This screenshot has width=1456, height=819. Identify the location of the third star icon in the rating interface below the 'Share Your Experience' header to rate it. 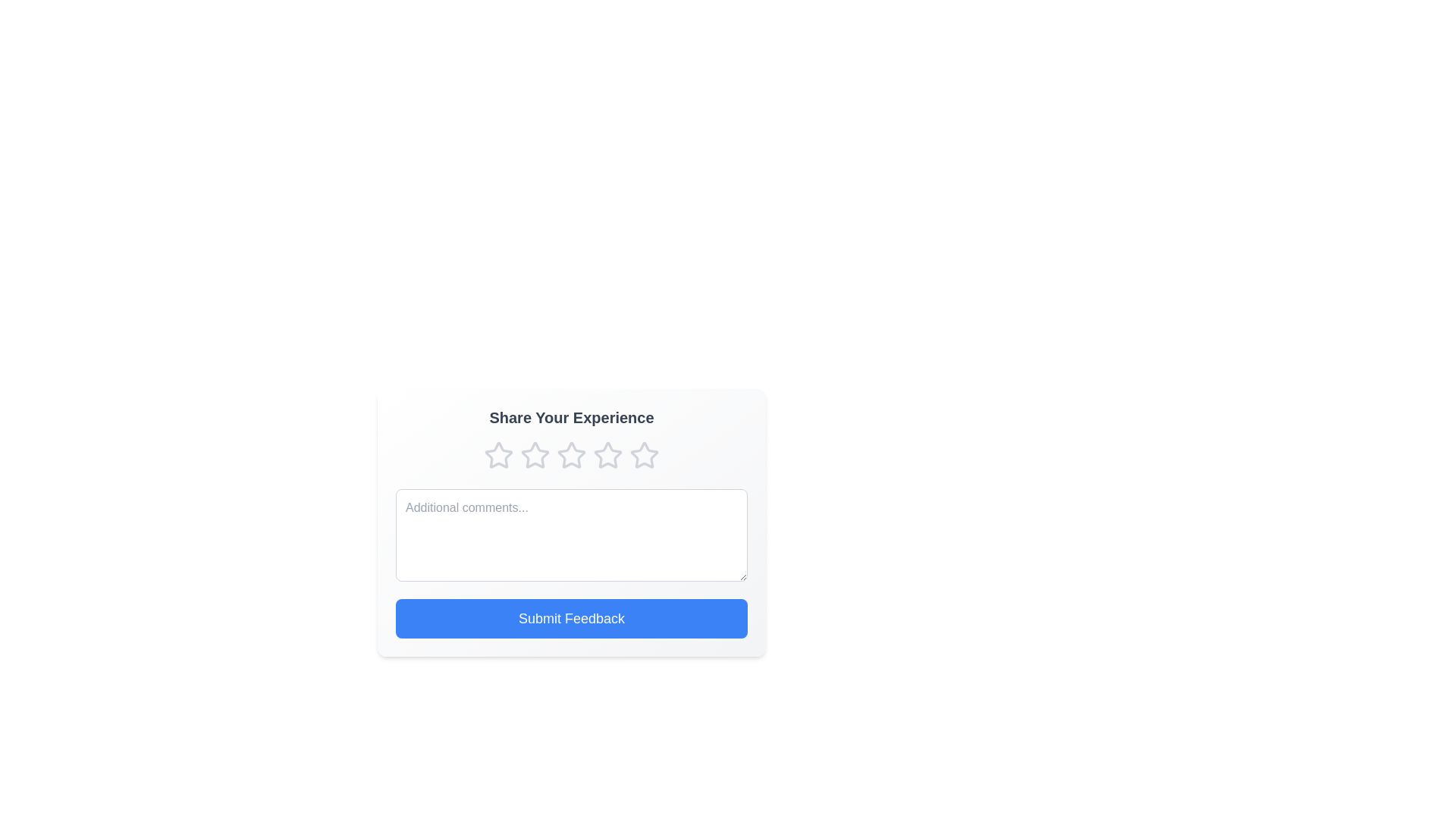
(570, 454).